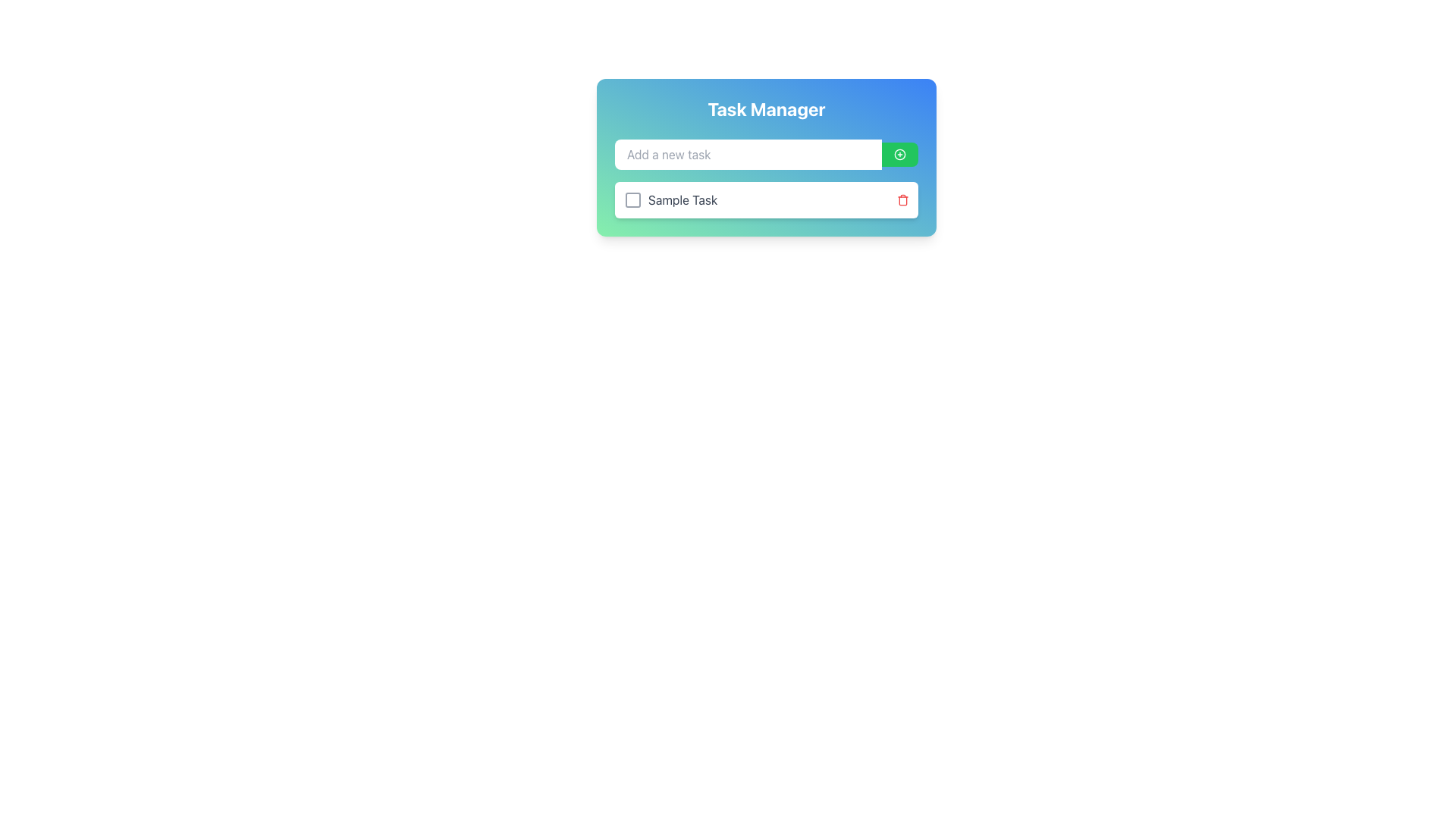 The image size is (1456, 819). Describe the element at coordinates (899, 155) in the screenshot. I see `the green button with a rounded right edge and a white circular plus sign icon, located at the right end of the 'Add a new task' input field` at that location.